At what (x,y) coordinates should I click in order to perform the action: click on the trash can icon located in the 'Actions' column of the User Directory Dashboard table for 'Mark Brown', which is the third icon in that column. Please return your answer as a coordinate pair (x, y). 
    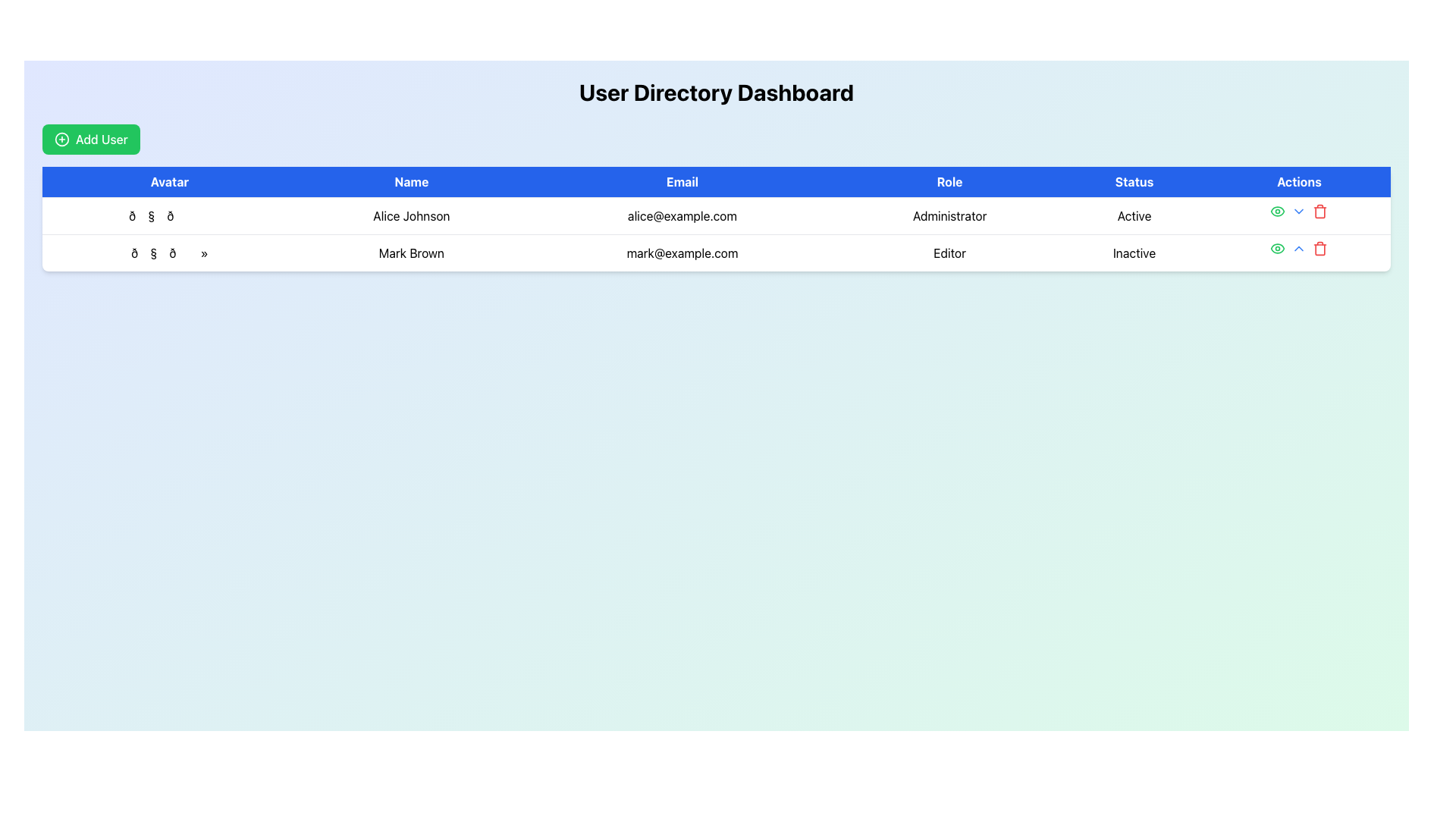
    Looking at the image, I should click on (1319, 247).